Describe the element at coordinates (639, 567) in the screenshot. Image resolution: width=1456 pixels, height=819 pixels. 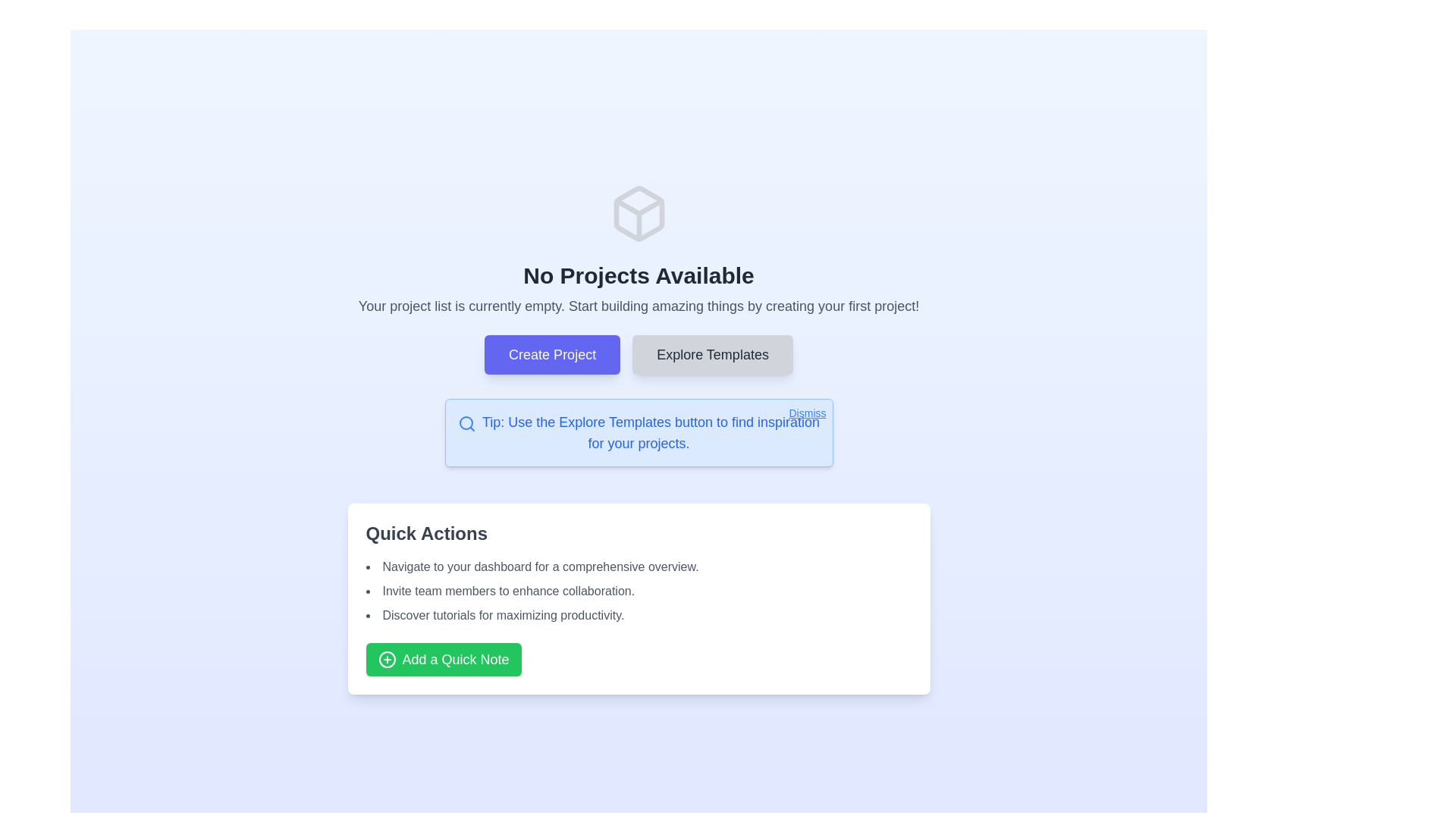
I see `first item of the informational text in the 'Quick Actions' card to understand the suggested action of navigating to the dashboard` at that location.